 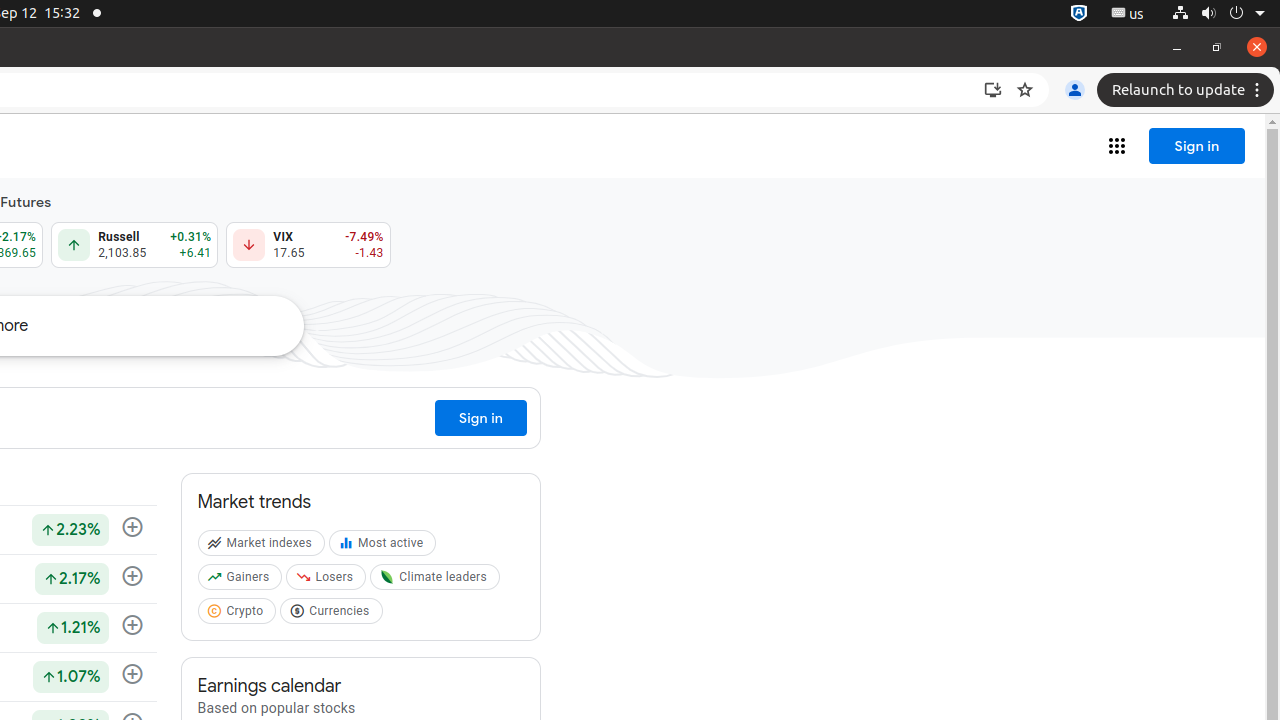 I want to click on 'Google apps', so click(x=1116, y=145).